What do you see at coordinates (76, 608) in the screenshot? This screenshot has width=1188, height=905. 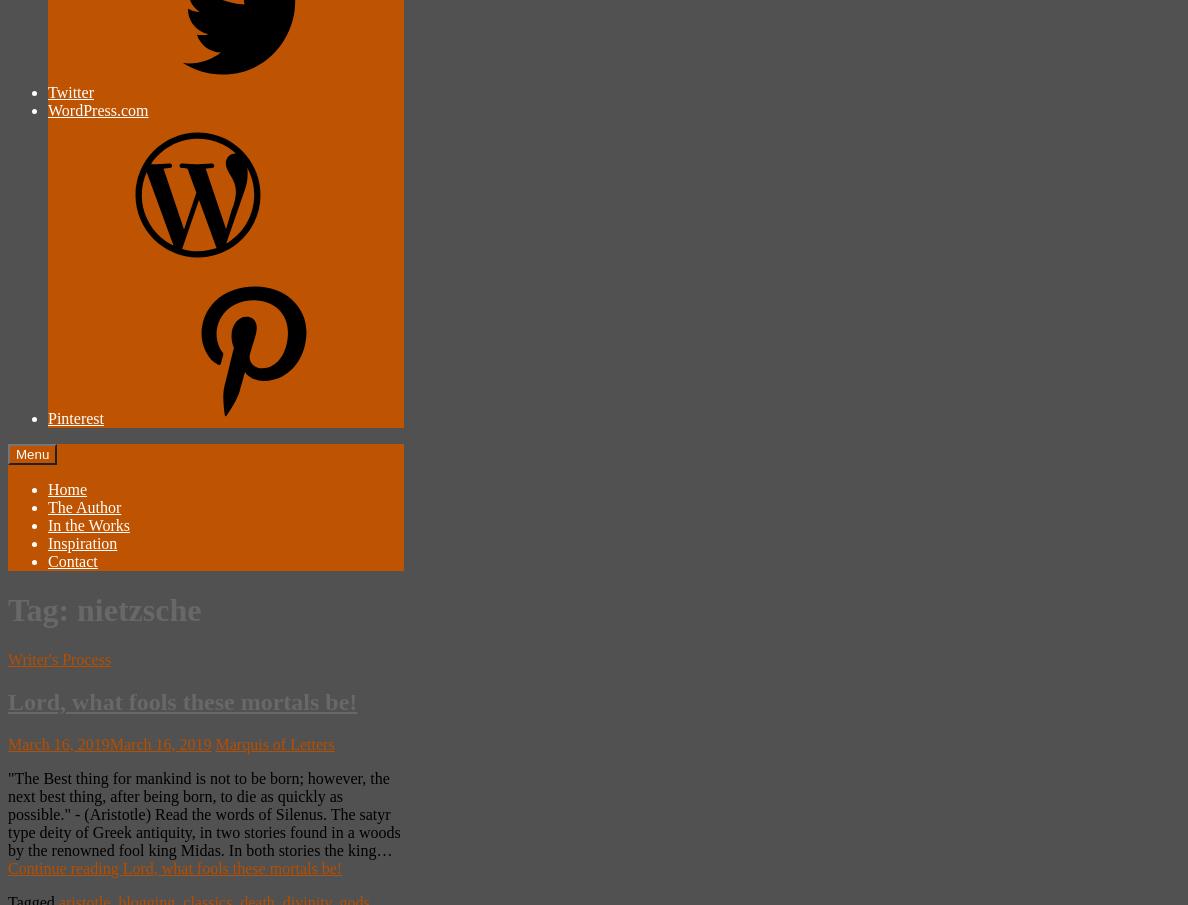 I see `'nietzsche'` at bounding box center [76, 608].